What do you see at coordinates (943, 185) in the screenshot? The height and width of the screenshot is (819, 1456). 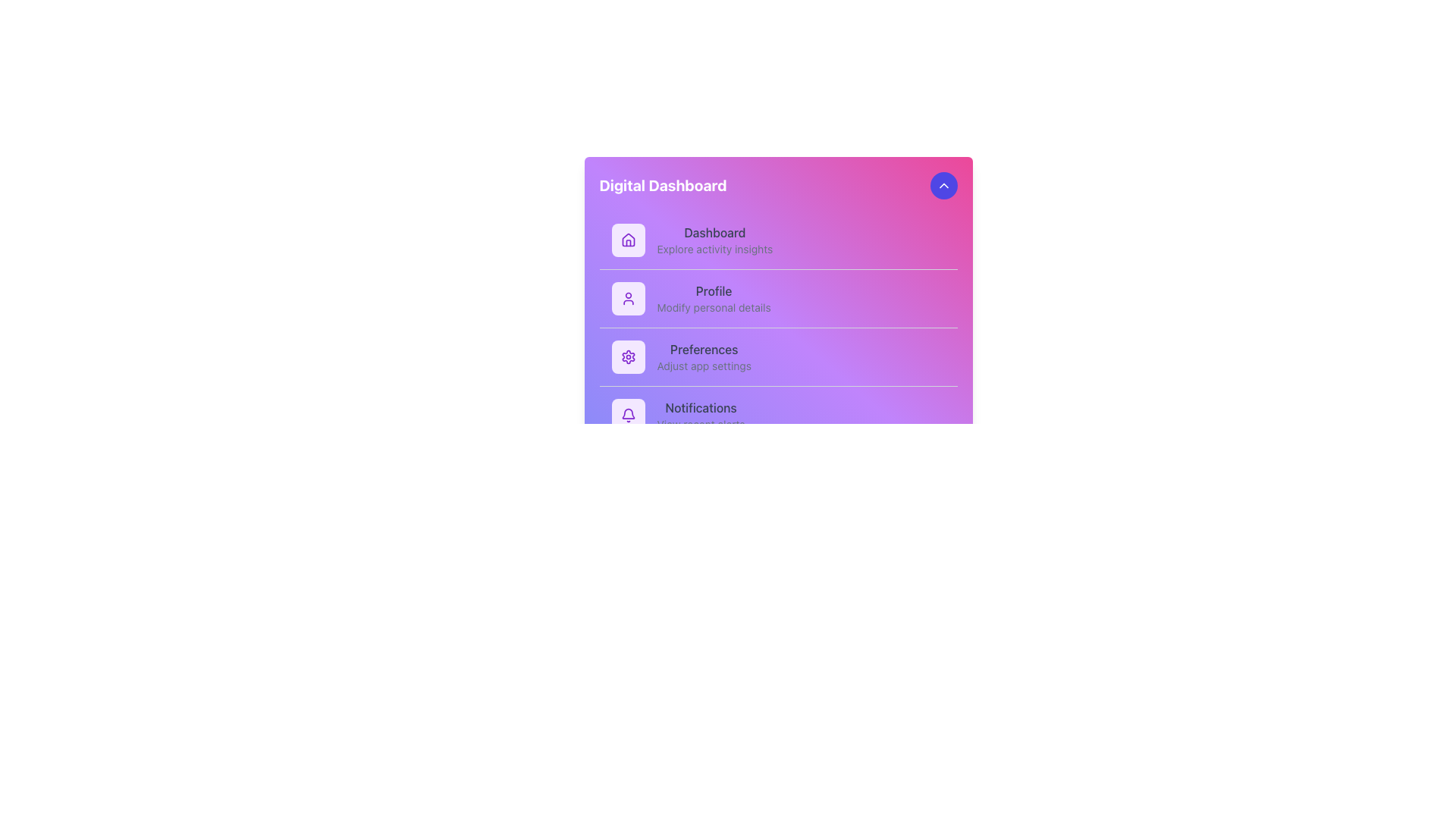 I see `the small circular button with a dark indigo background and an upward-pointing white chevron icon located in the top-right corner of the 'Digital Dashboard' section` at bounding box center [943, 185].